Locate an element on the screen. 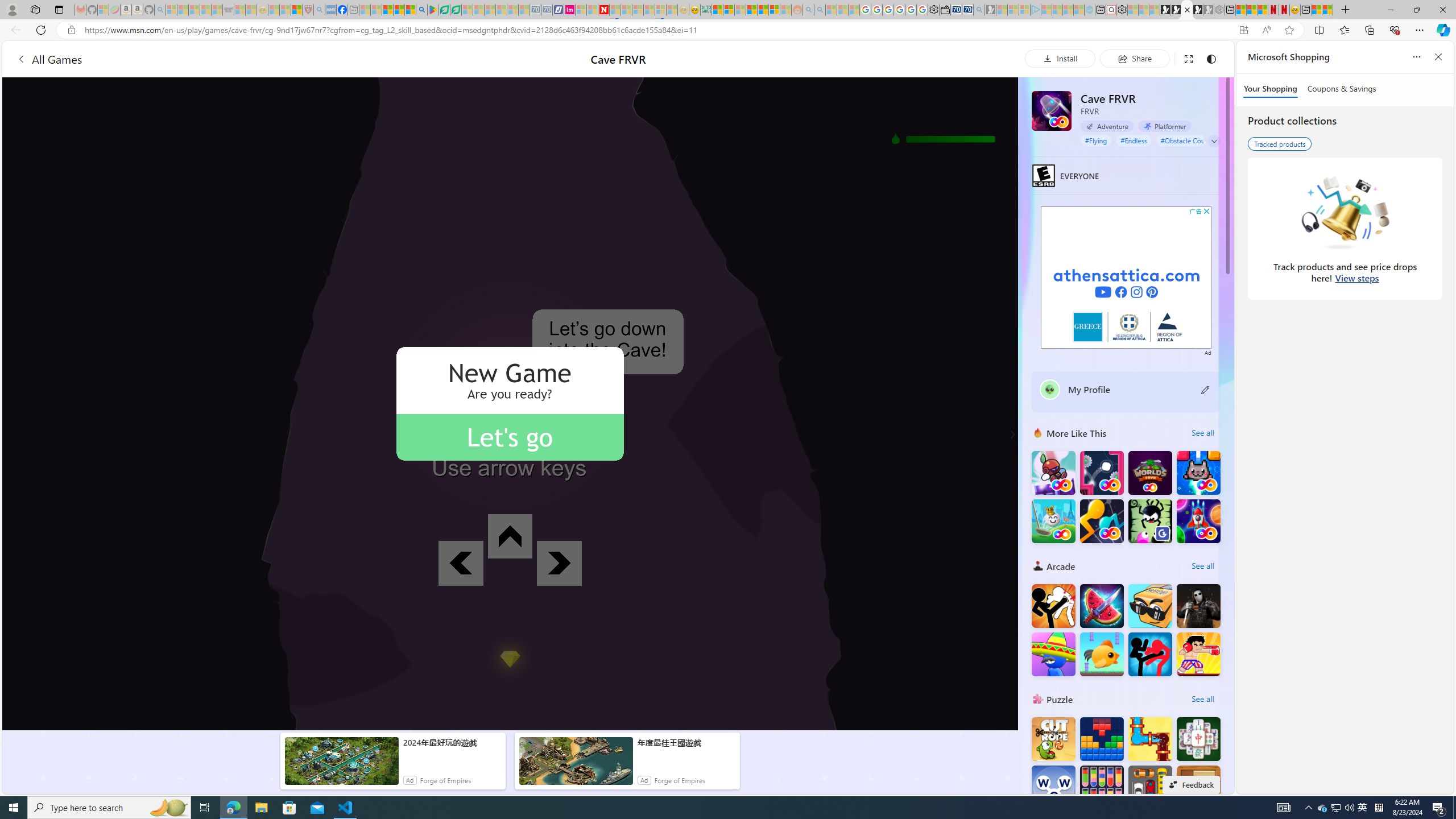 The image size is (1456, 819). 'Share' is located at coordinates (1134, 58).